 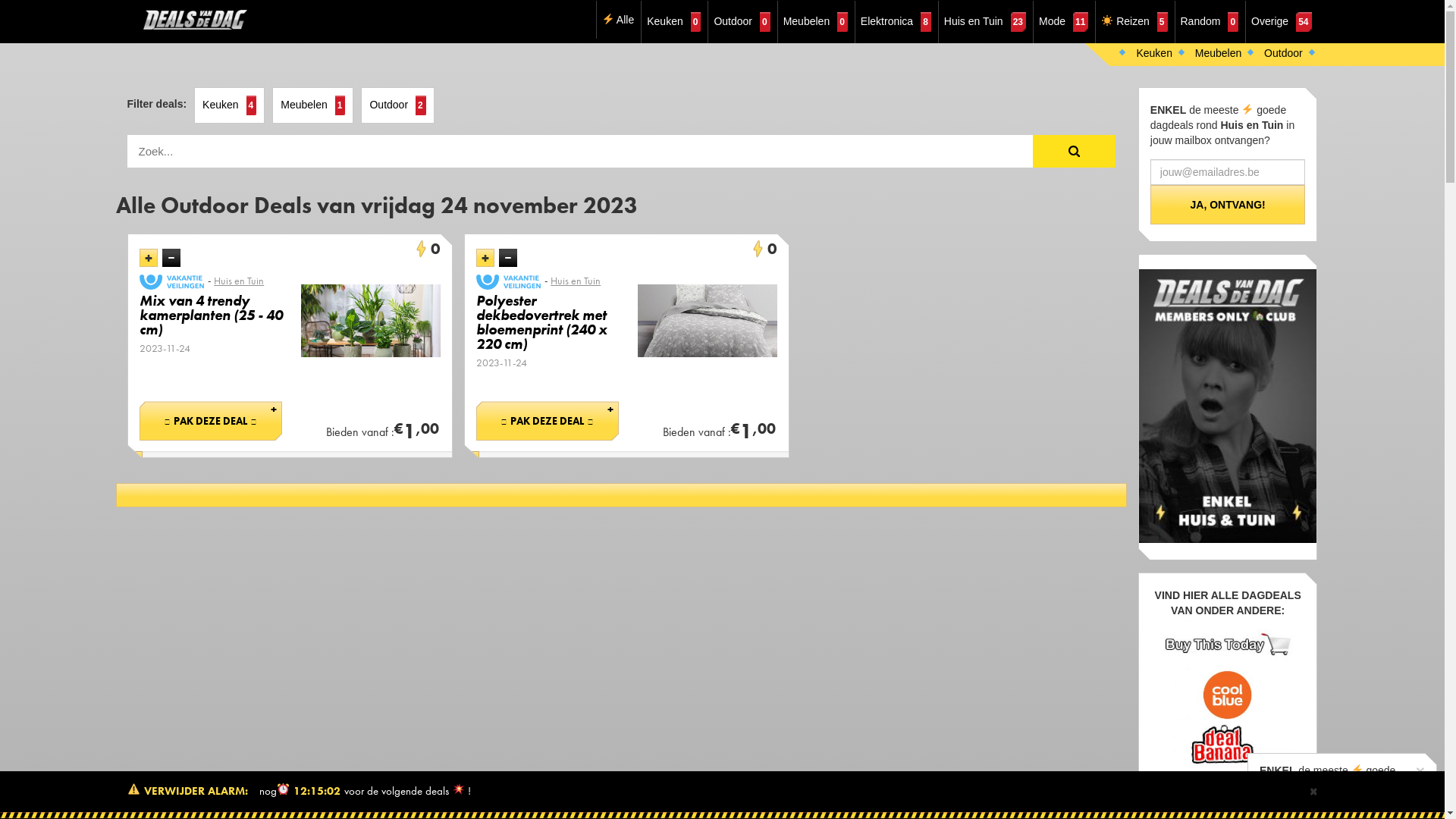 I want to click on 'Reizen5', so click(x=1134, y=22).